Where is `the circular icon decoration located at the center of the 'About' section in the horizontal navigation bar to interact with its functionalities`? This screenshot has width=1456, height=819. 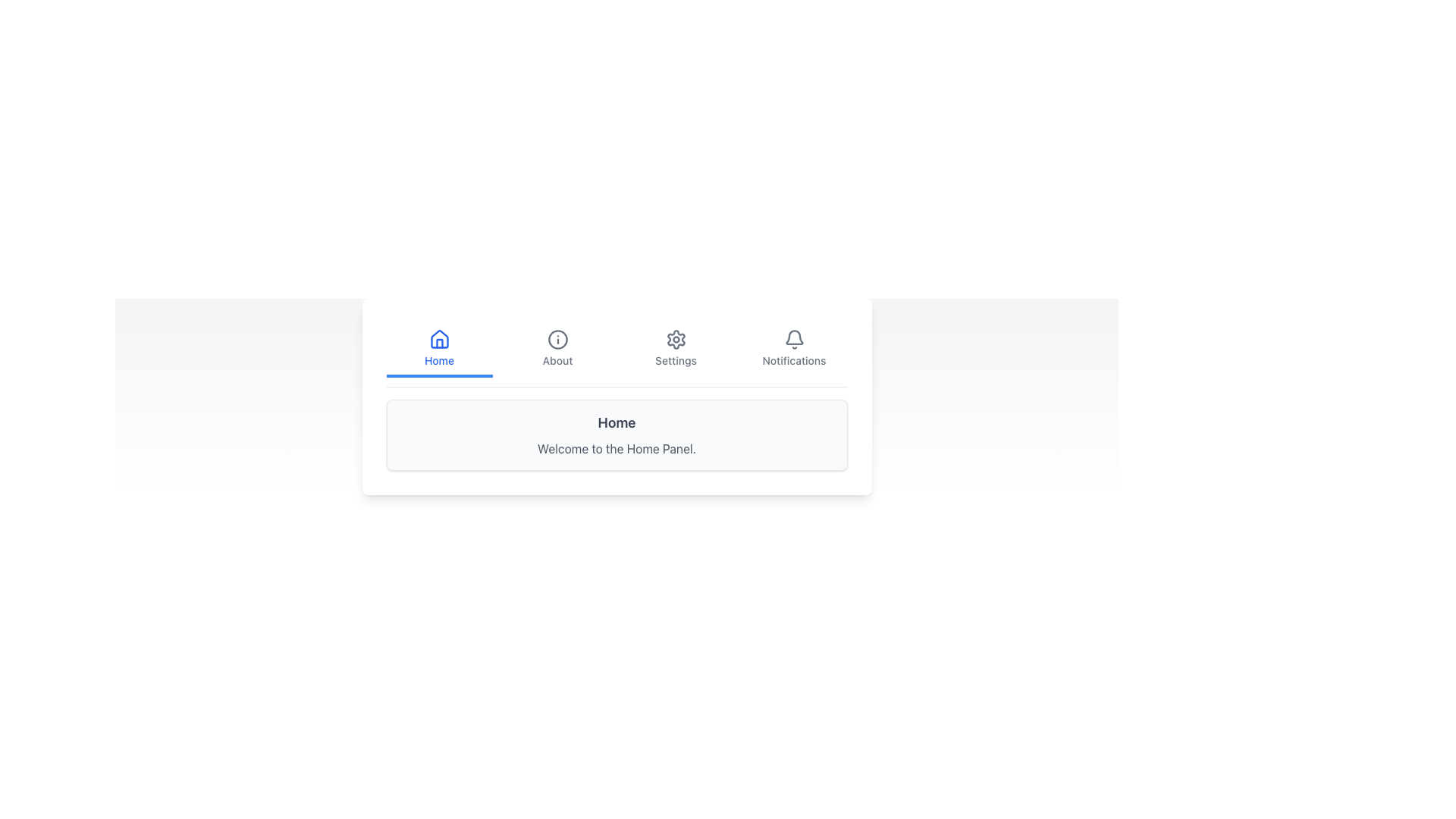 the circular icon decoration located at the center of the 'About' section in the horizontal navigation bar to interact with its functionalities is located at coordinates (557, 338).